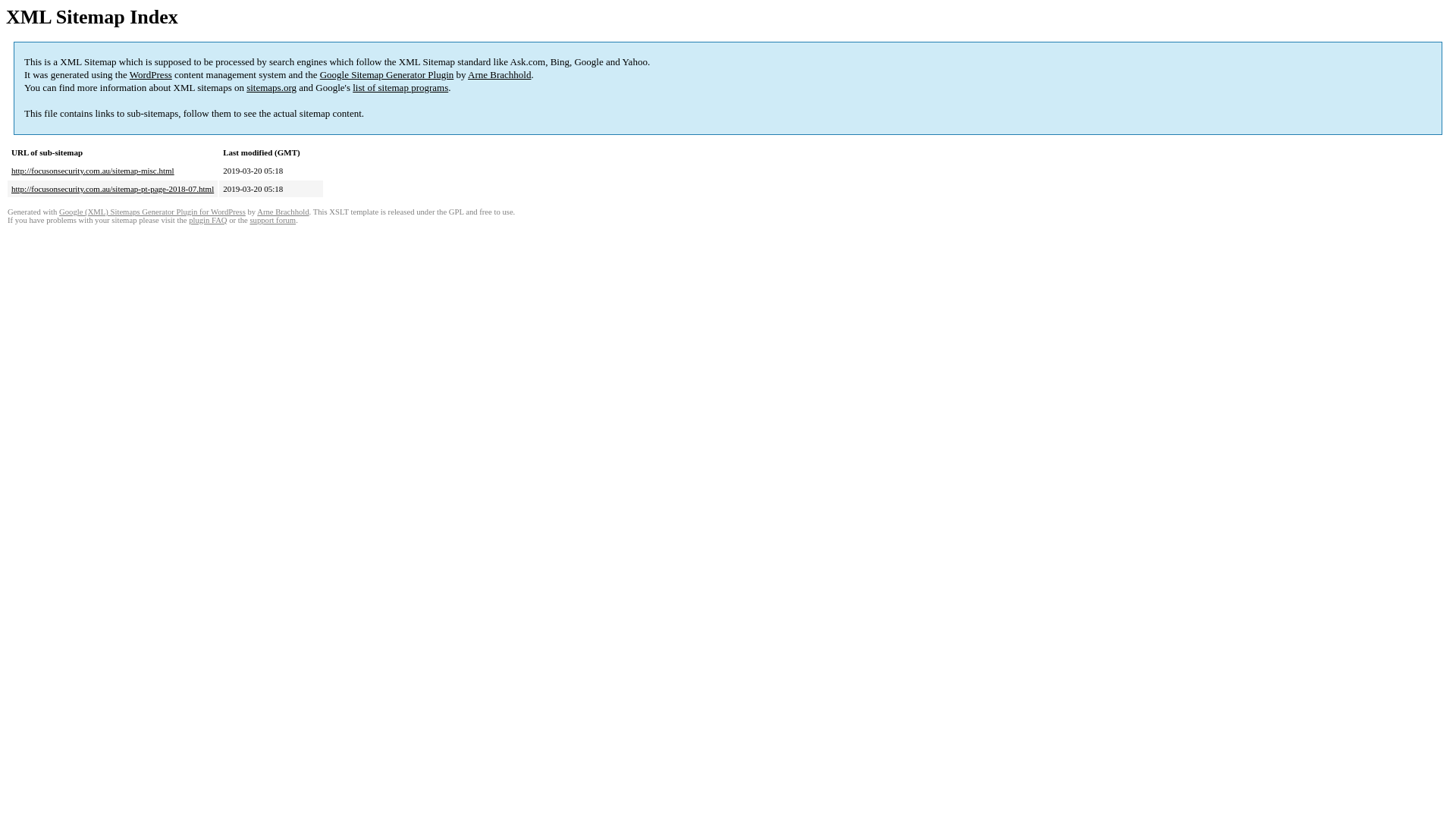 This screenshot has width=1456, height=819. Describe the element at coordinates (150, 74) in the screenshot. I see `'WordPress'` at that location.